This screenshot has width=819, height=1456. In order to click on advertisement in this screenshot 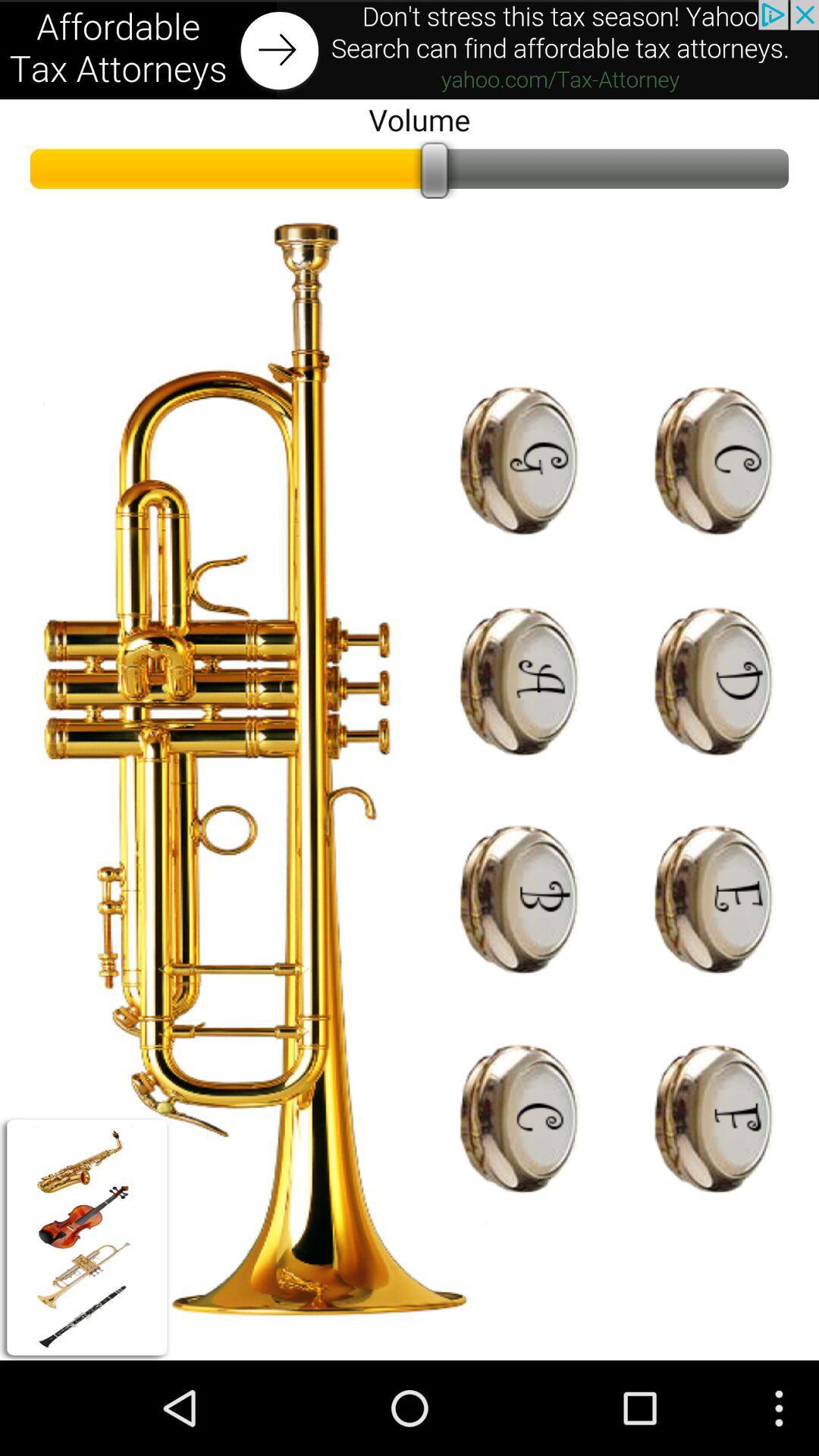, I will do `click(409, 49)`.